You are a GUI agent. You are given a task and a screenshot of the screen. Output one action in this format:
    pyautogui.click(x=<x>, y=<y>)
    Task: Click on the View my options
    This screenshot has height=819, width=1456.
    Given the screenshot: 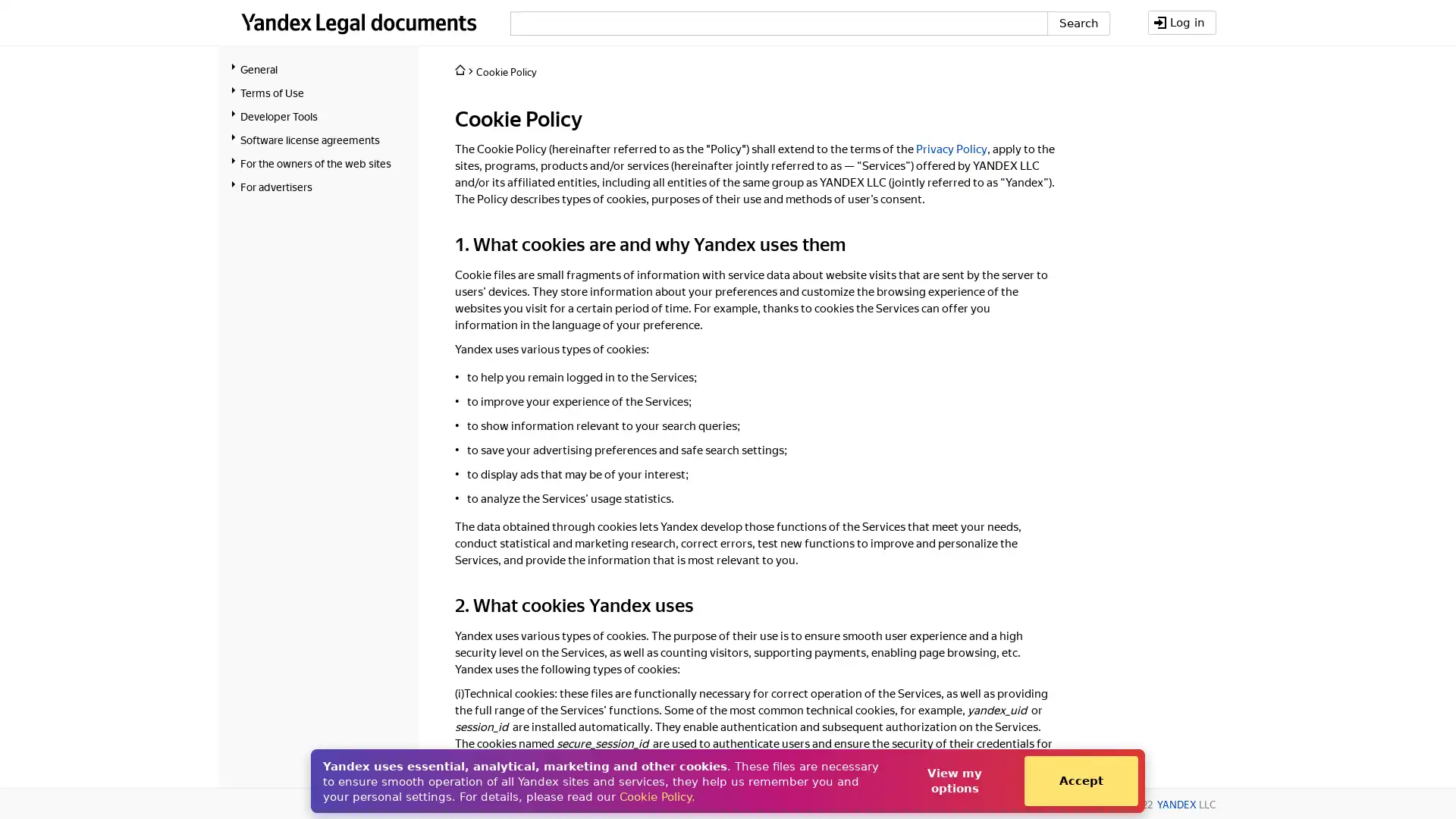 What is the action you would take?
    pyautogui.click(x=953, y=780)
    